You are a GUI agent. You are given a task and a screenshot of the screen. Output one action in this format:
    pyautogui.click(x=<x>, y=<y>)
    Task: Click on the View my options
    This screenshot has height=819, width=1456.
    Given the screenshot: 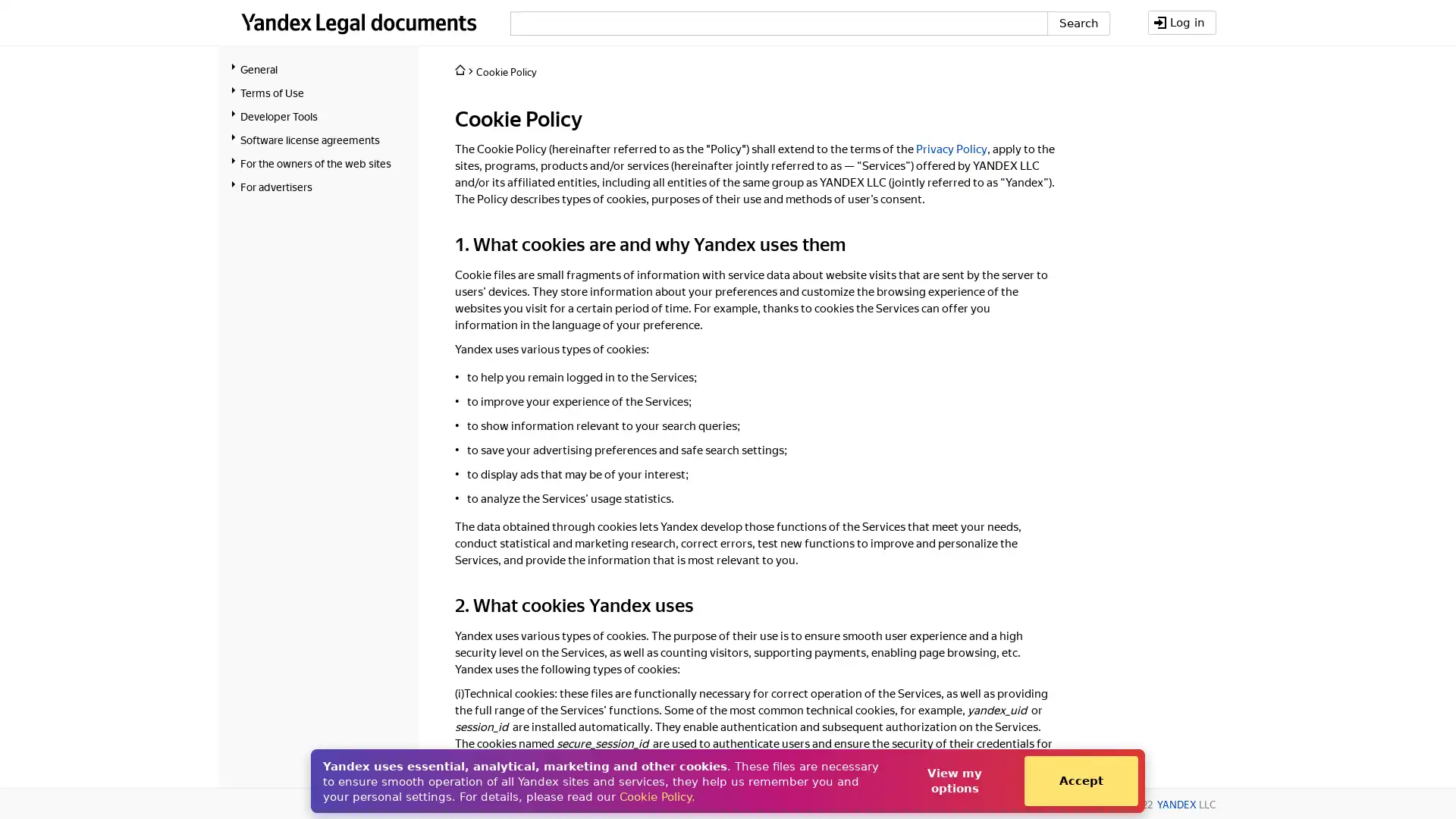 What is the action you would take?
    pyautogui.click(x=953, y=780)
    